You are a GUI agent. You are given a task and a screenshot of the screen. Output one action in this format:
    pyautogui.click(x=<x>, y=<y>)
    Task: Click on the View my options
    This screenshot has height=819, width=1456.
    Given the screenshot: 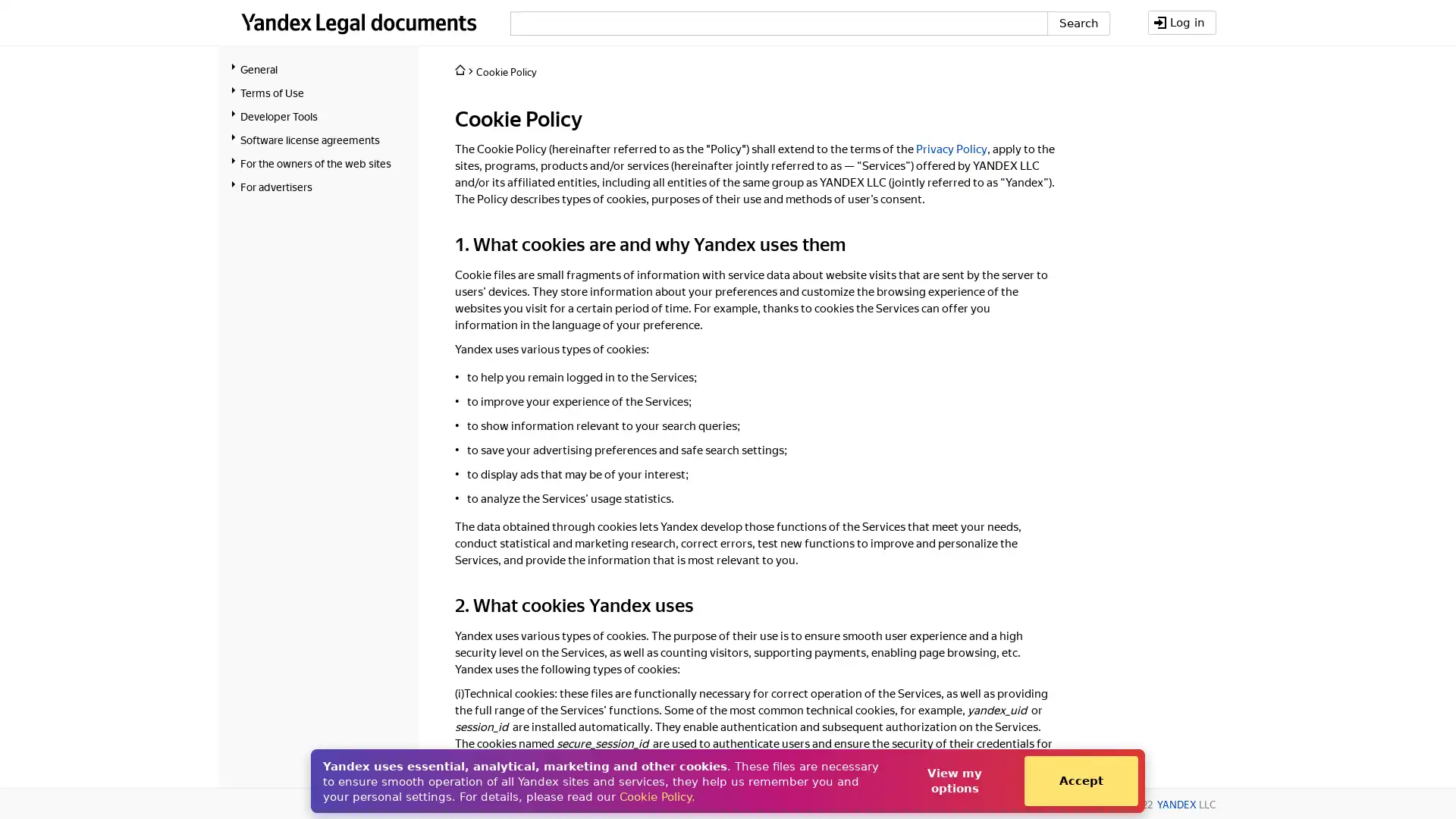 What is the action you would take?
    pyautogui.click(x=953, y=780)
    